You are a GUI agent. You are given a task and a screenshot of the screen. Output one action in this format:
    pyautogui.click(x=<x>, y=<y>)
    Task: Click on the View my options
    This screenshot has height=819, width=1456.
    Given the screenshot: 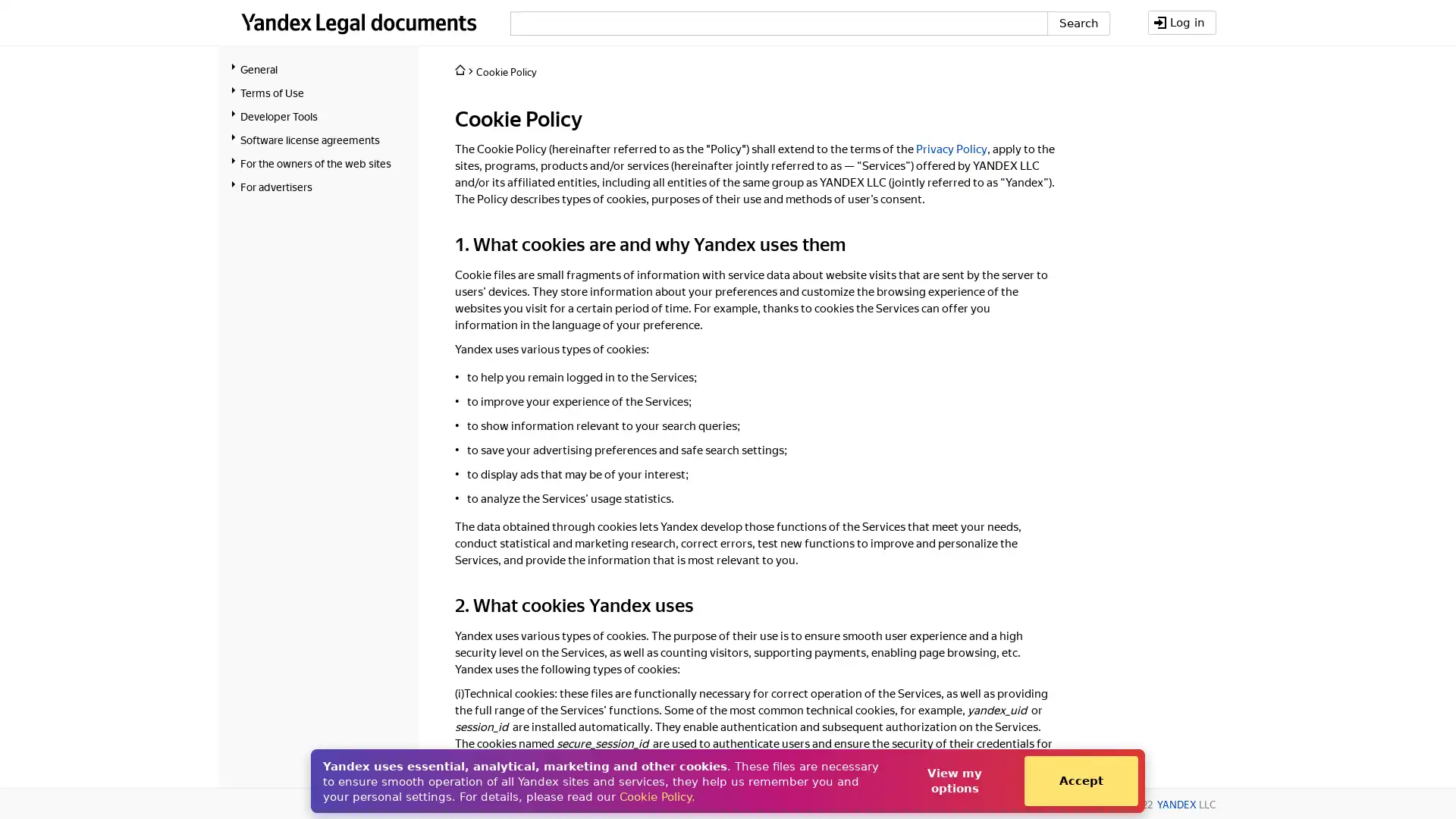 What is the action you would take?
    pyautogui.click(x=953, y=780)
    